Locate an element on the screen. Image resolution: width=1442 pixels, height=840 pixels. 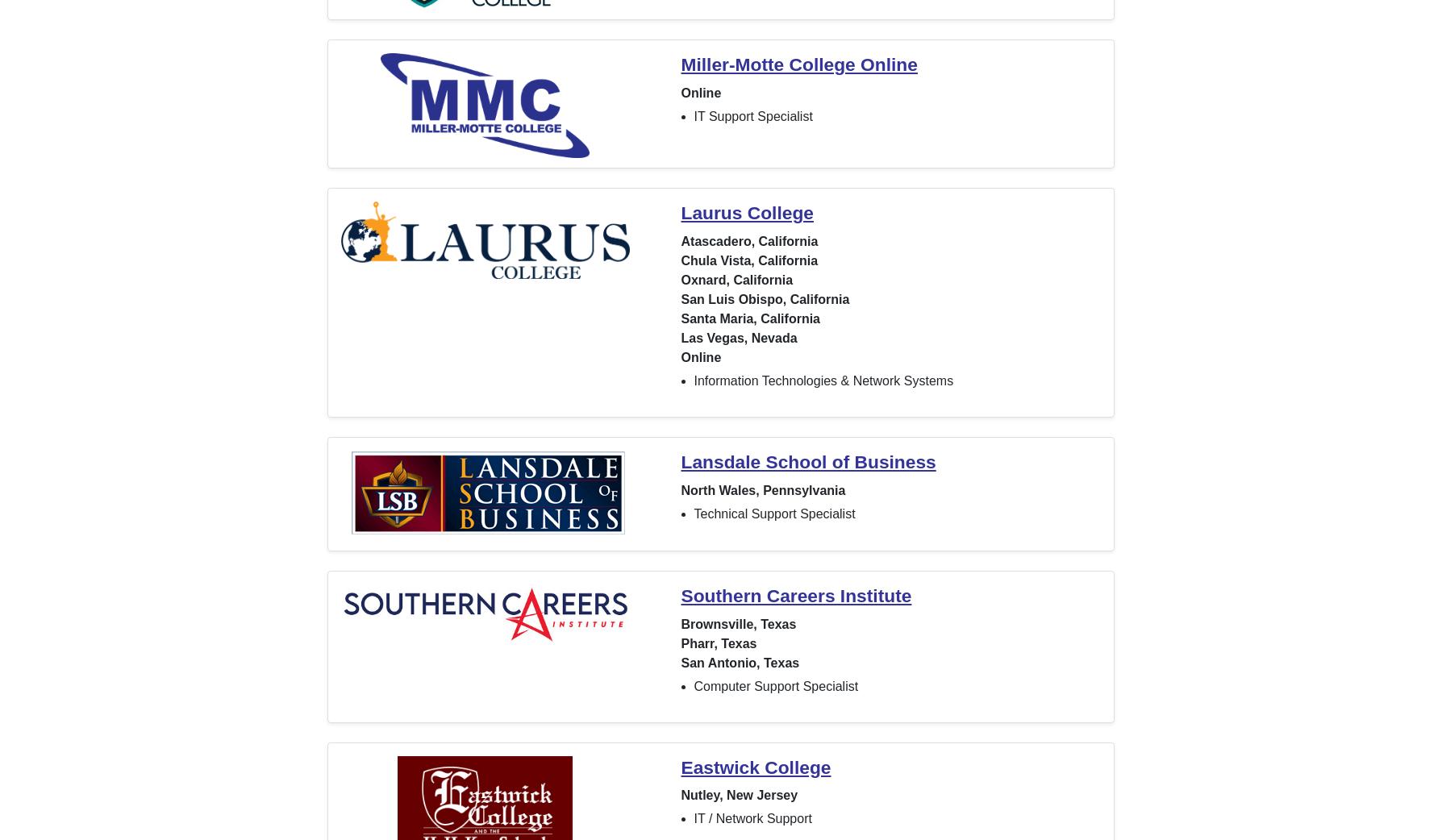
'Las Vegas, Nevada' is located at coordinates (738, 336).